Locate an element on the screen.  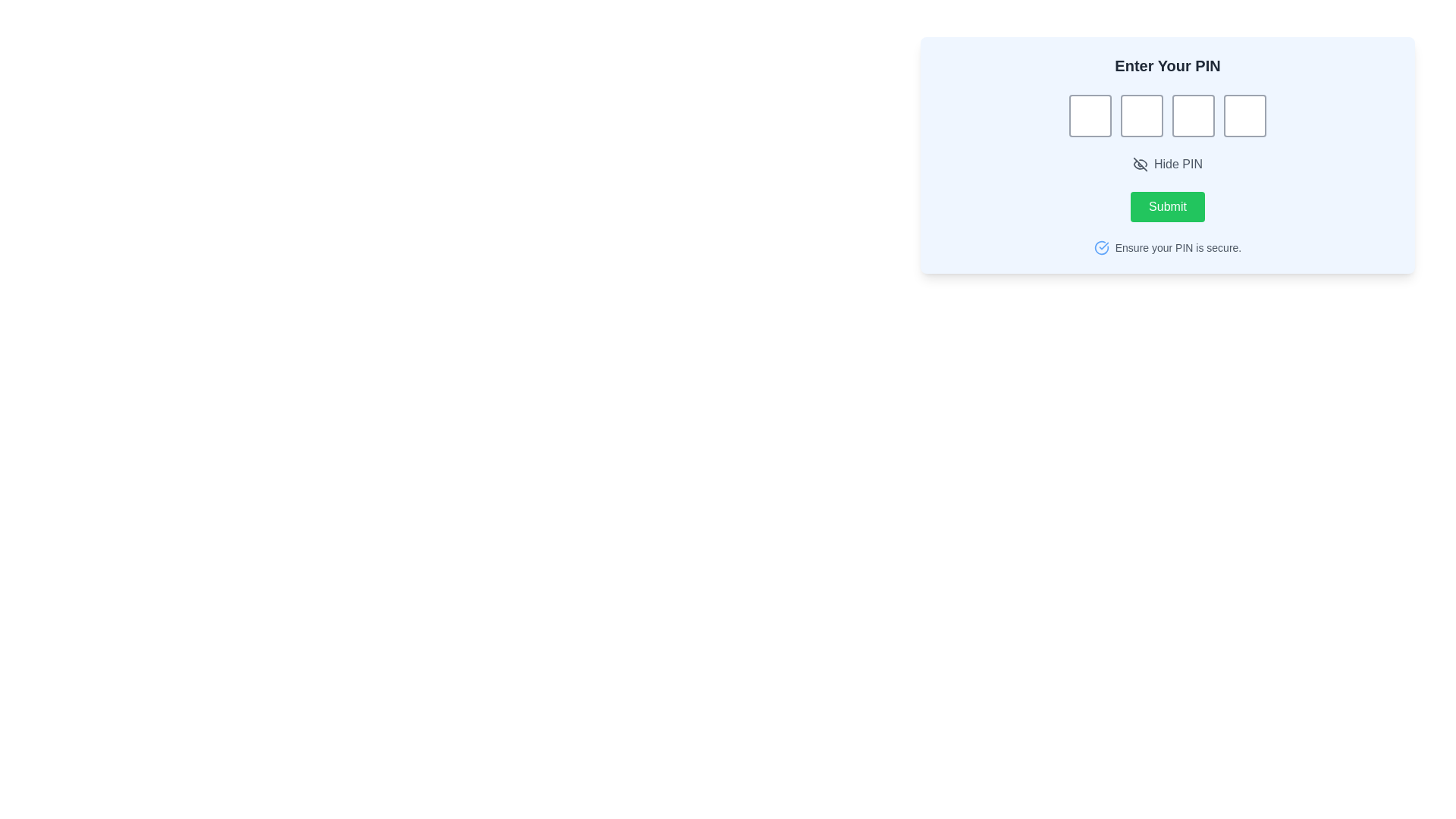
the text element displaying the message 'Ensure your PIN is secure.' located below the 'Submit' button in the PIN input area is located at coordinates (1178, 247).